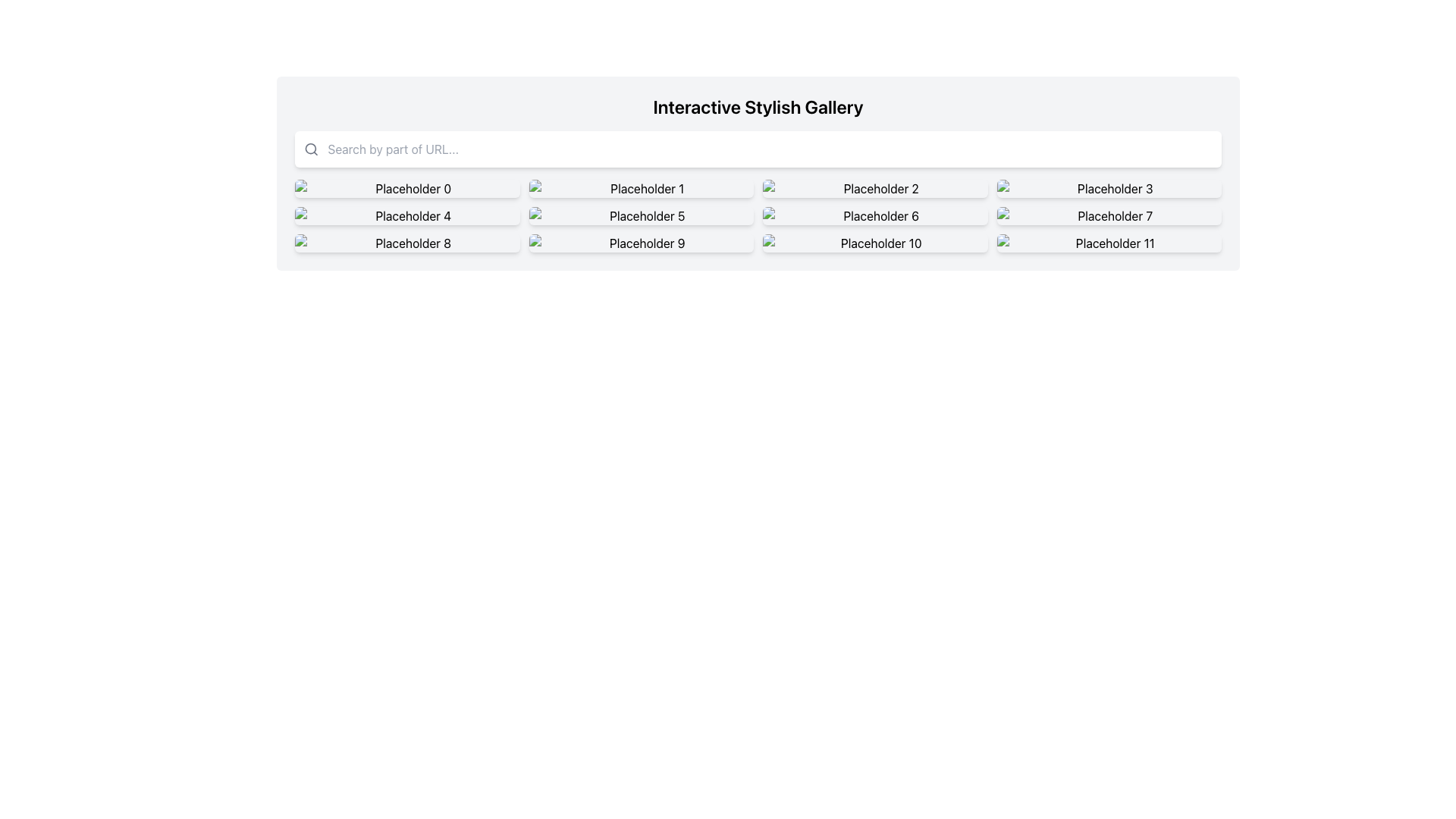  Describe the element at coordinates (641, 242) in the screenshot. I see `the card element located in the third row, second column of the grid, which serves as a visual or functional placeholder for content previews or links` at that location.